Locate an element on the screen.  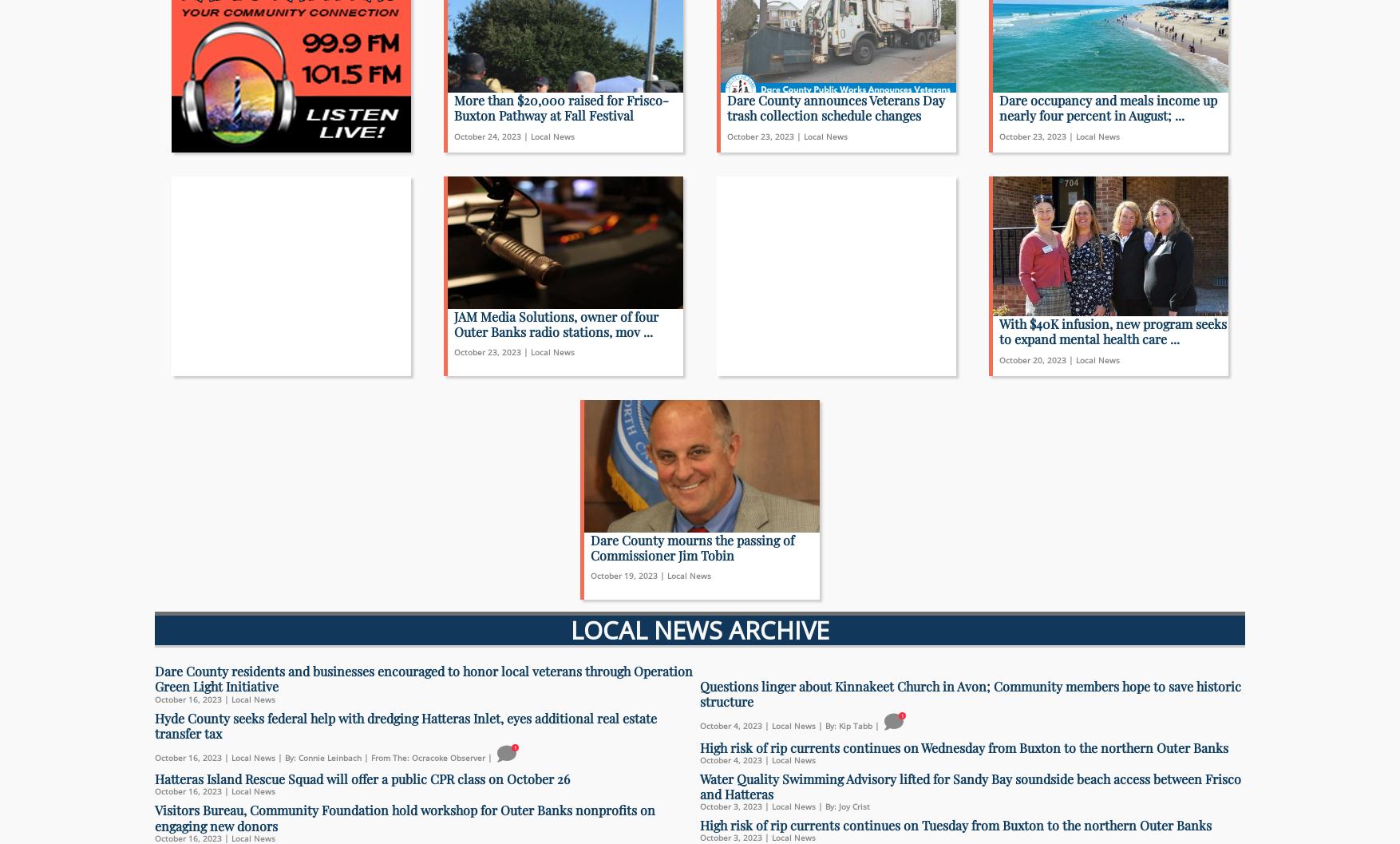
'Dare occupancy and meals income up nearly four percent in August;  ...' is located at coordinates (1107, 106).